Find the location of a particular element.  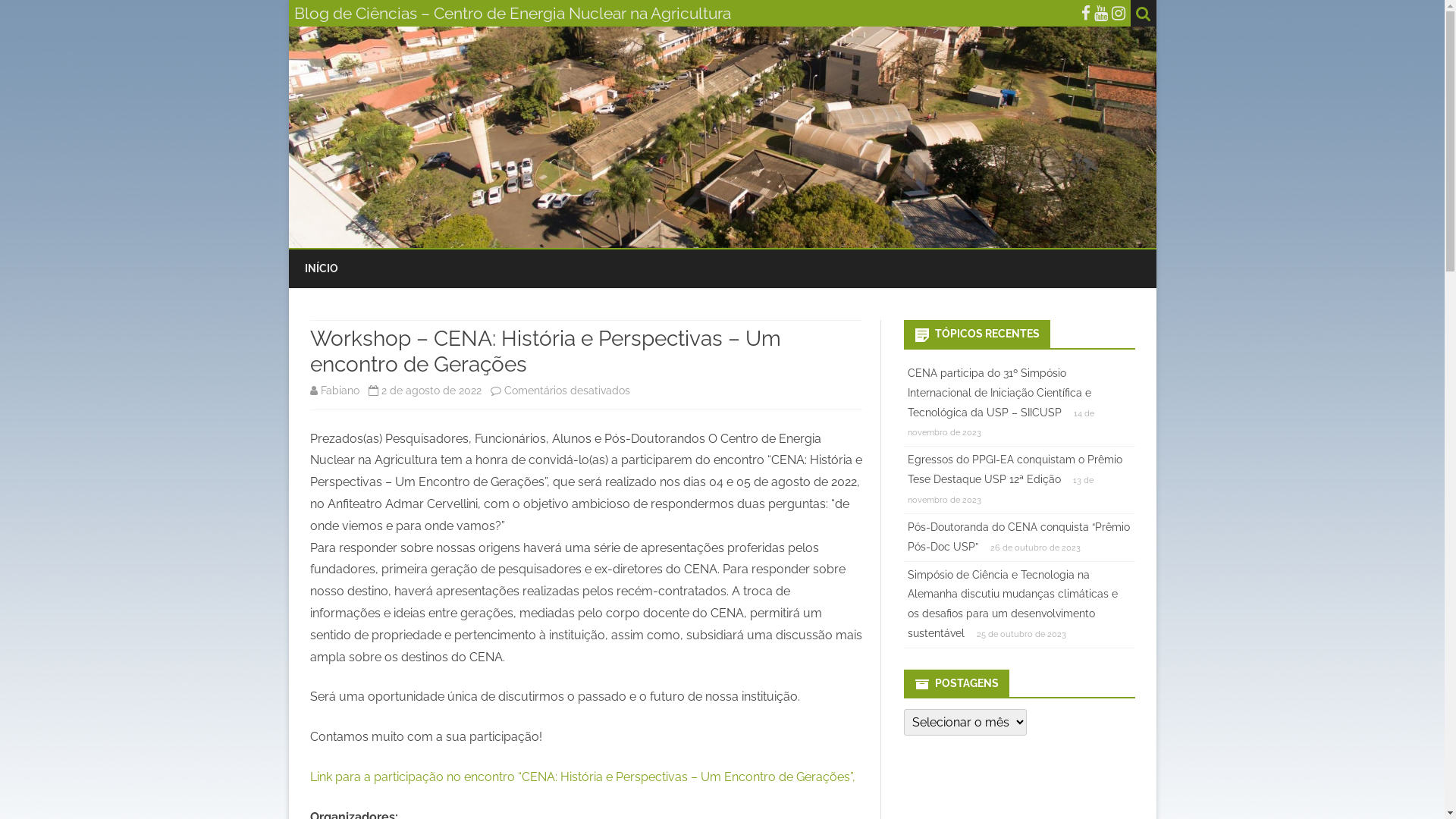

'YouTube' is located at coordinates (1100, 13).